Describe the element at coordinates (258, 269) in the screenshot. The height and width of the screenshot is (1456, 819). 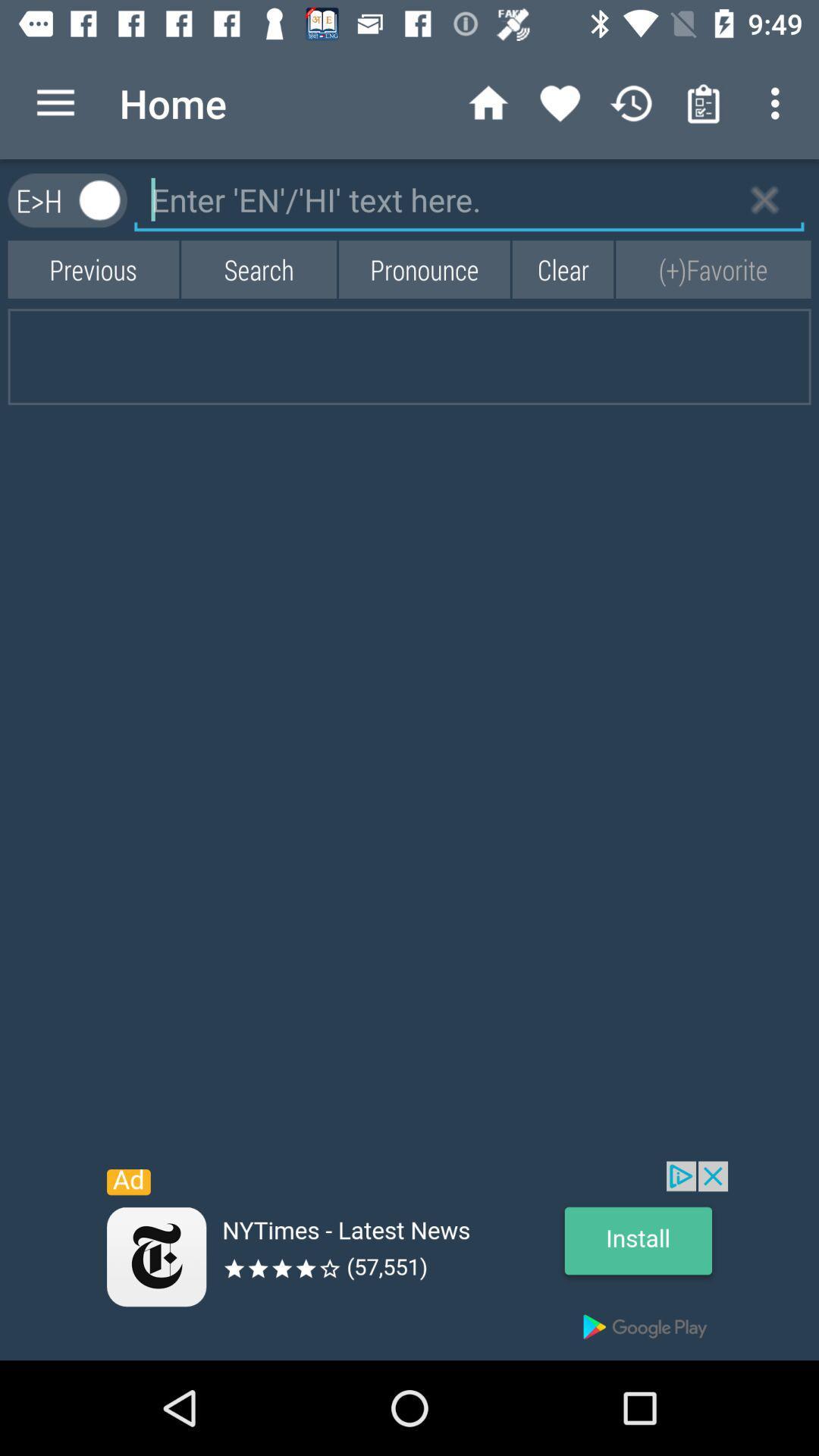
I see `the button beside previous` at that location.